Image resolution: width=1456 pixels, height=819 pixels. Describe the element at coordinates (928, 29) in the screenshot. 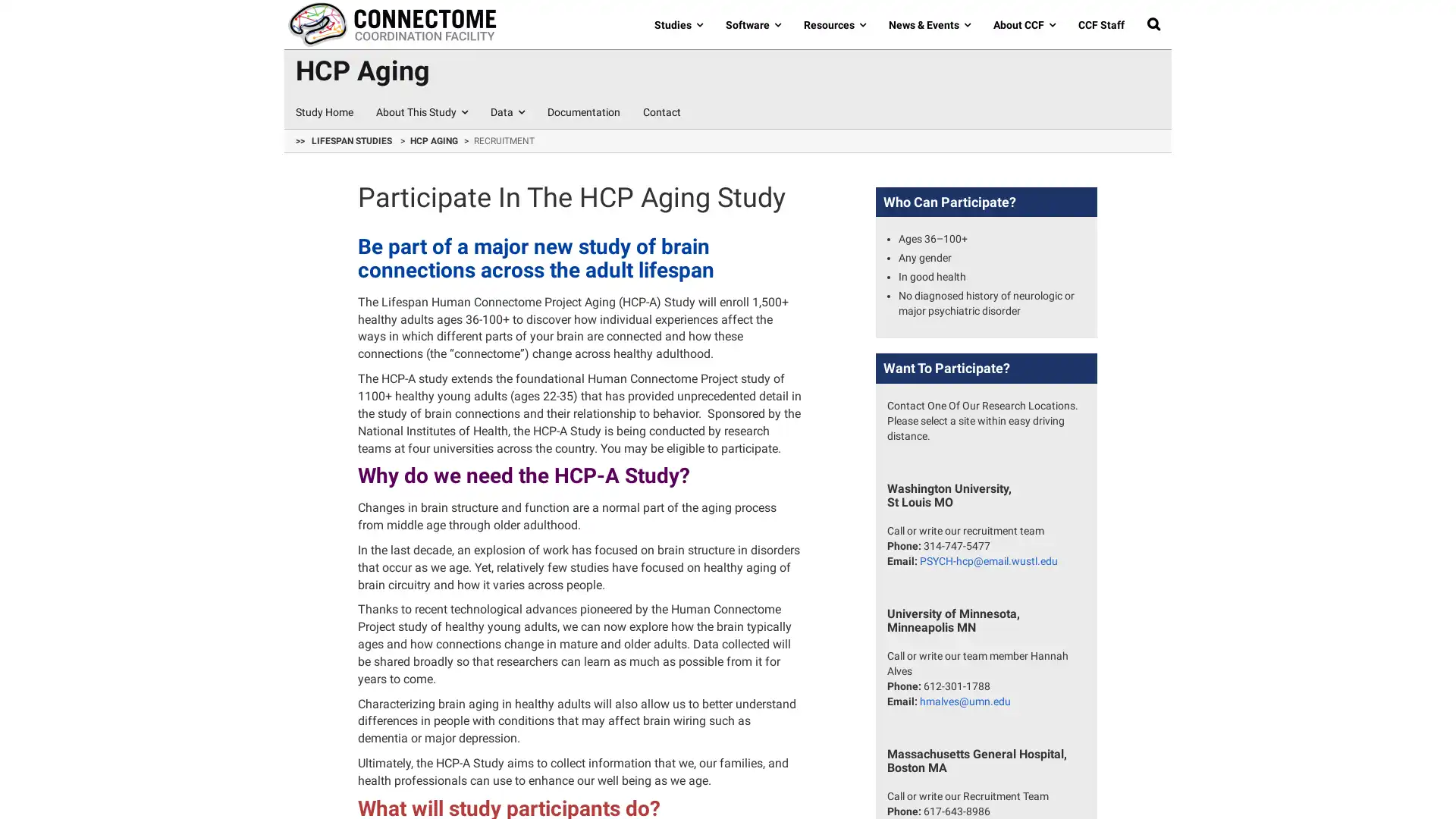

I see `News & Events` at that location.